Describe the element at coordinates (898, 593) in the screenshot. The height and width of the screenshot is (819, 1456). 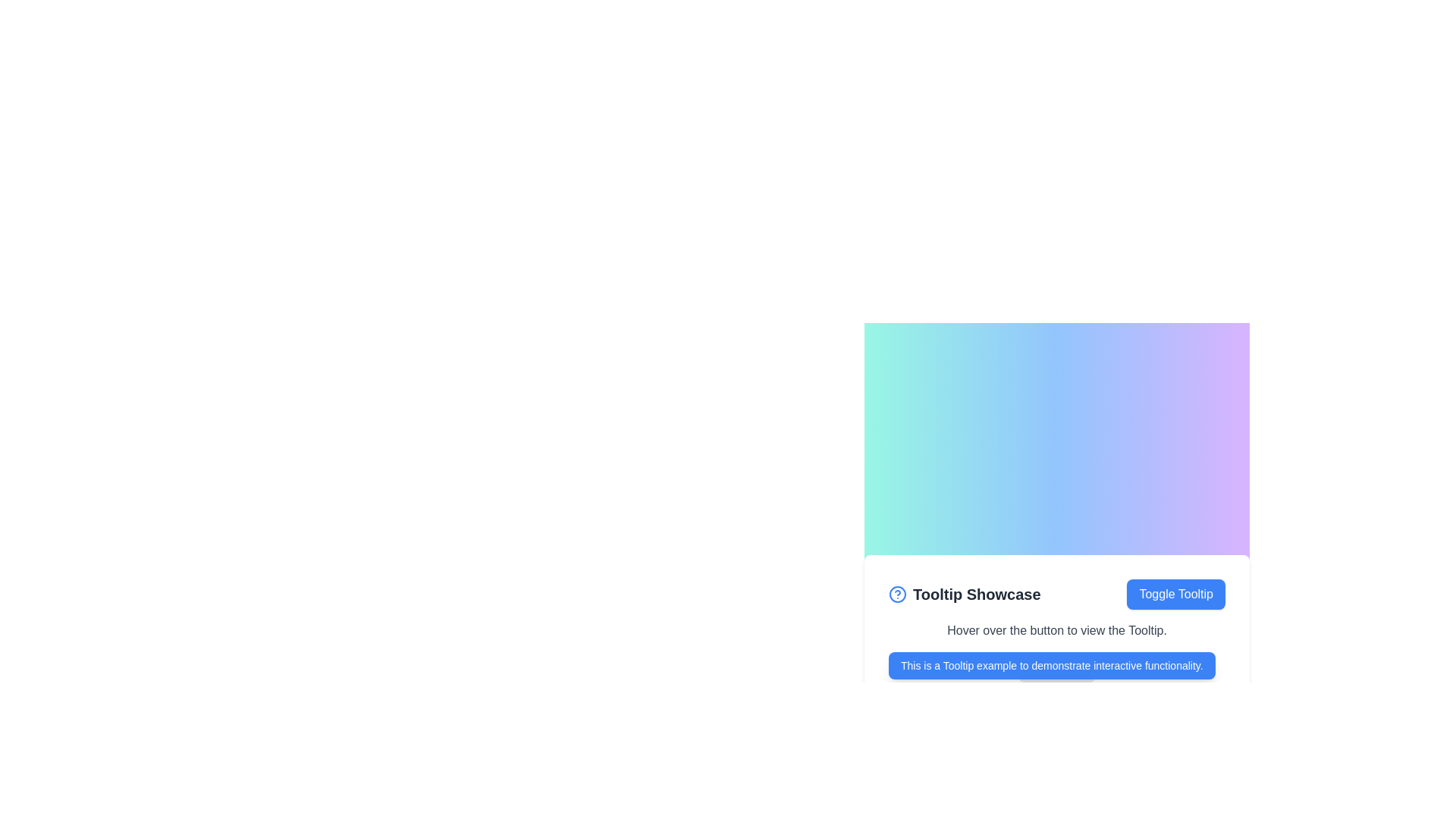
I see `the help icon located to the left of the 'Tooltip Showcase' text in the header section` at that location.